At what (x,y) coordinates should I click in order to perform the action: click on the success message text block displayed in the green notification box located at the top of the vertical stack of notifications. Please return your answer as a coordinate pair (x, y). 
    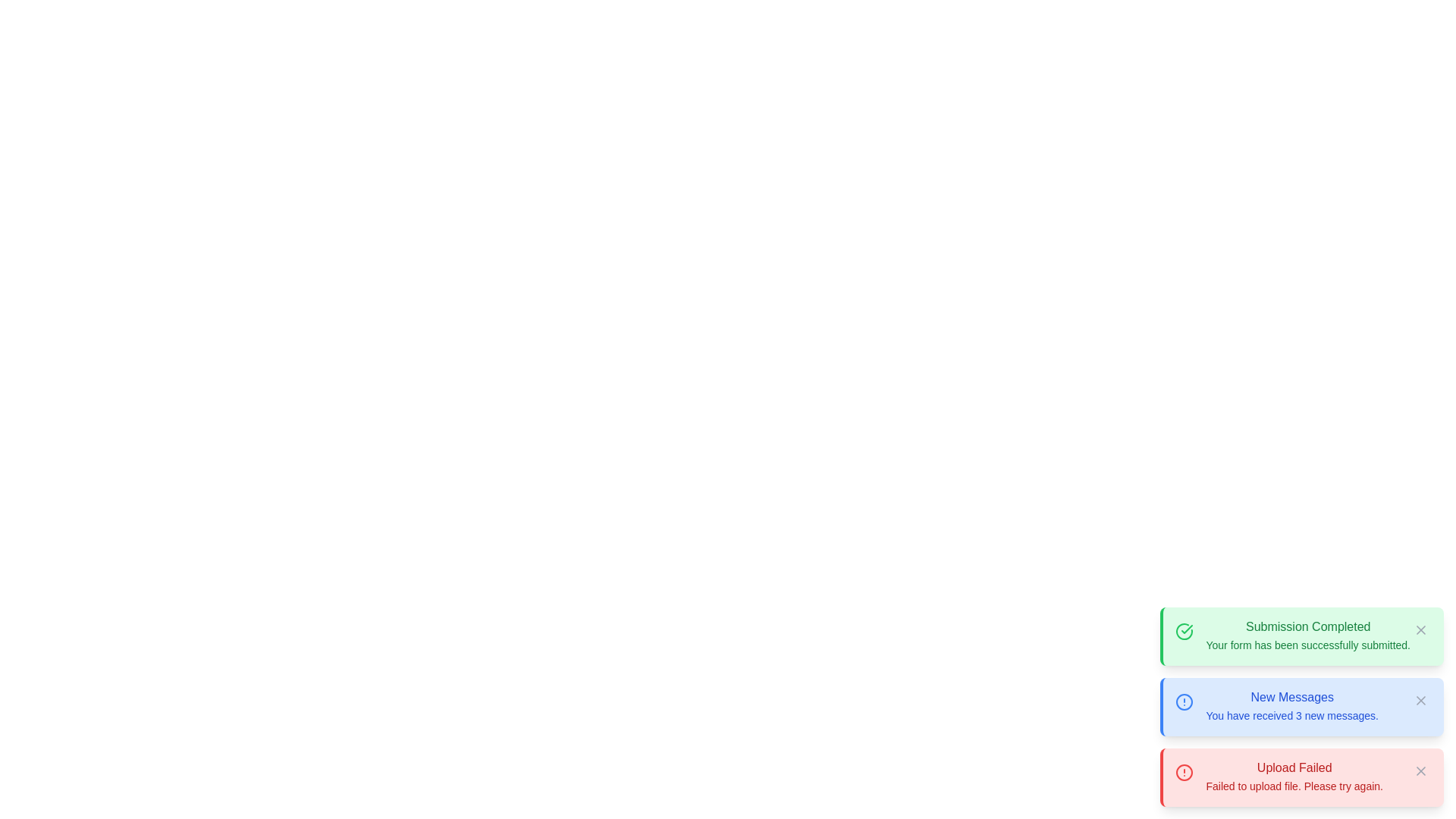
    Looking at the image, I should click on (1307, 636).